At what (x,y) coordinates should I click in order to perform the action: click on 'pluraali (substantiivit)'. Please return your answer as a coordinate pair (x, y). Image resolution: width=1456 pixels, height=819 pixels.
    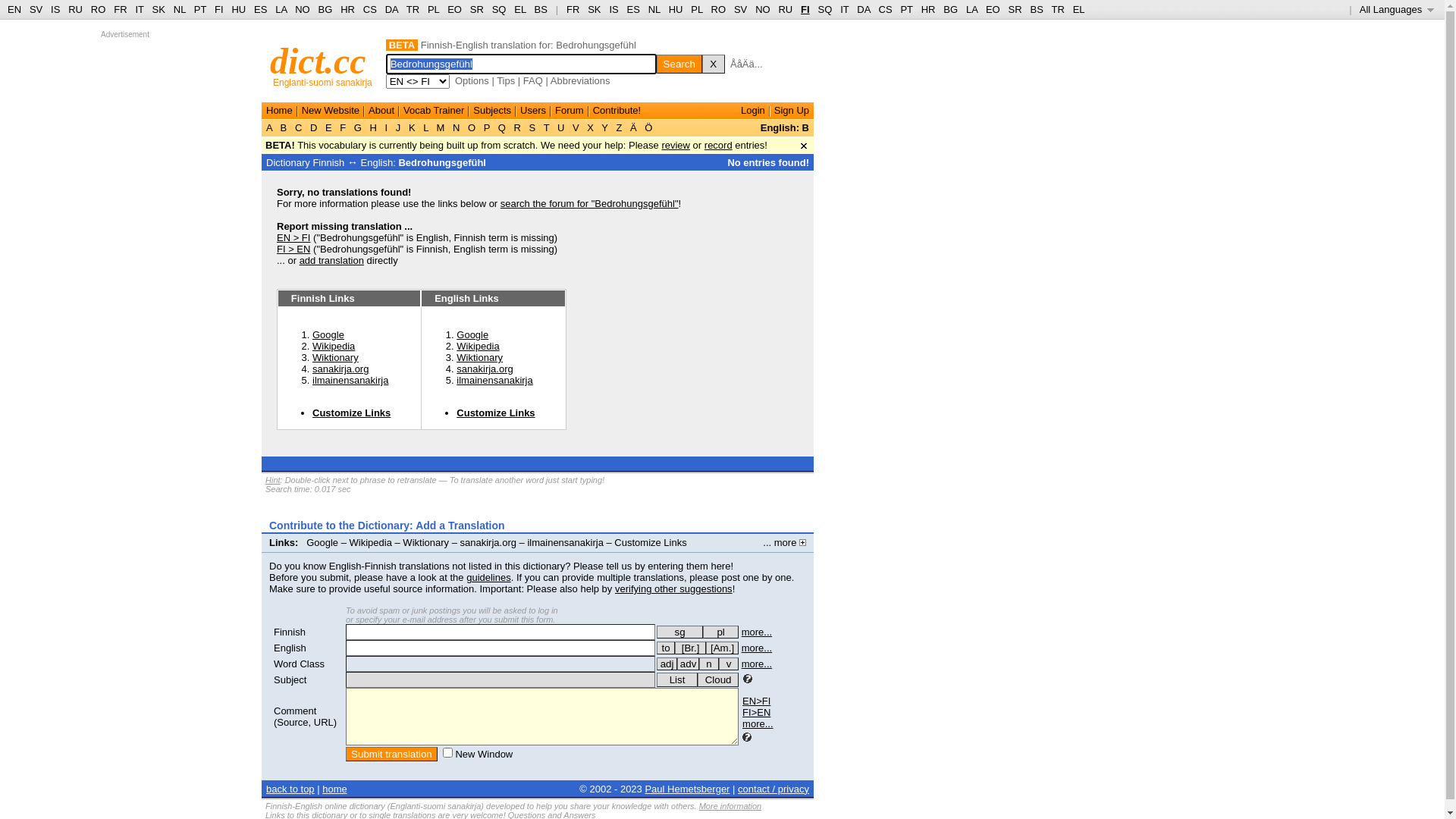
    Looking at the image, I should click on (720, 632).